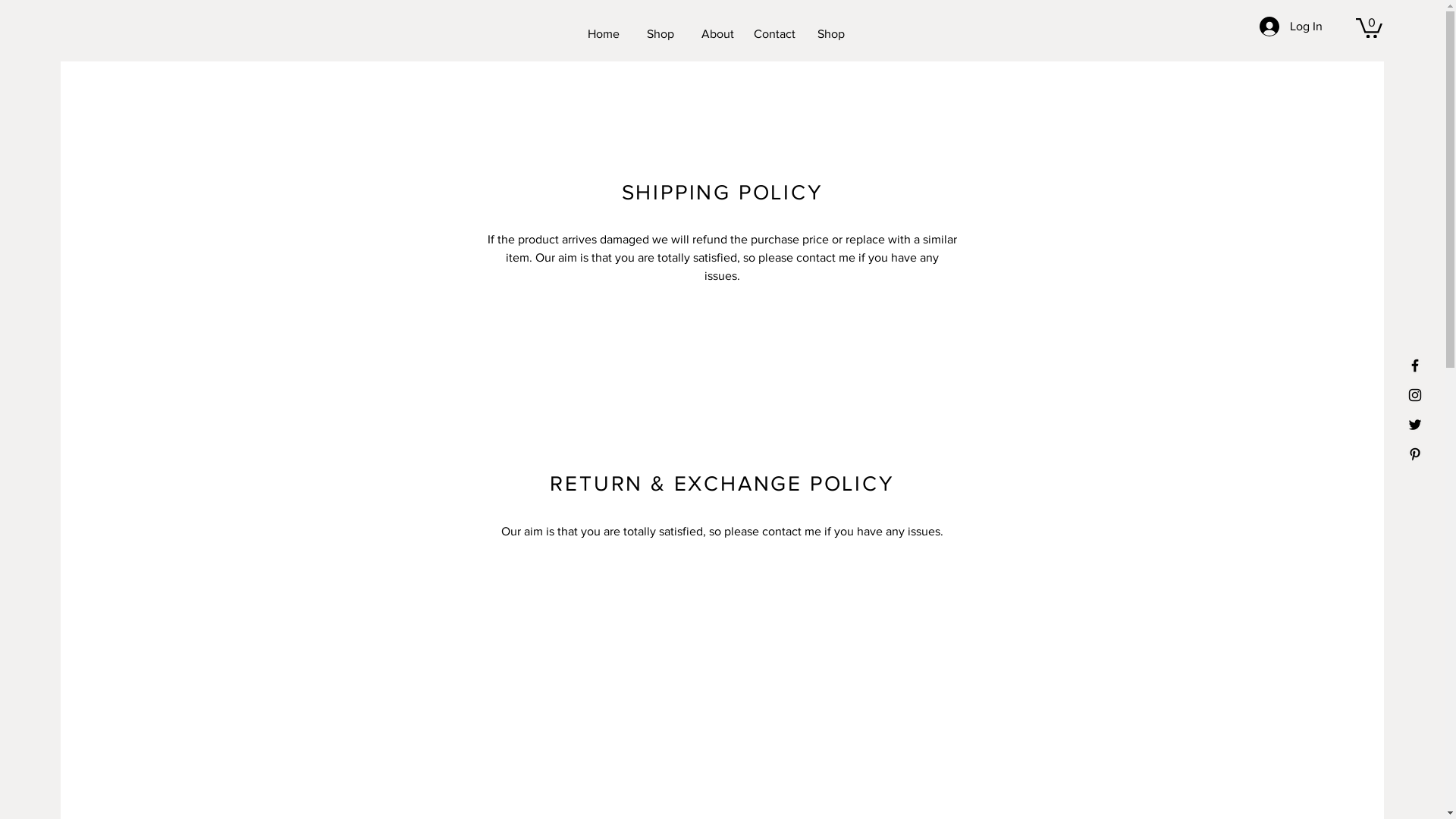  I want to click on 'Log In', so click(1290, 26).